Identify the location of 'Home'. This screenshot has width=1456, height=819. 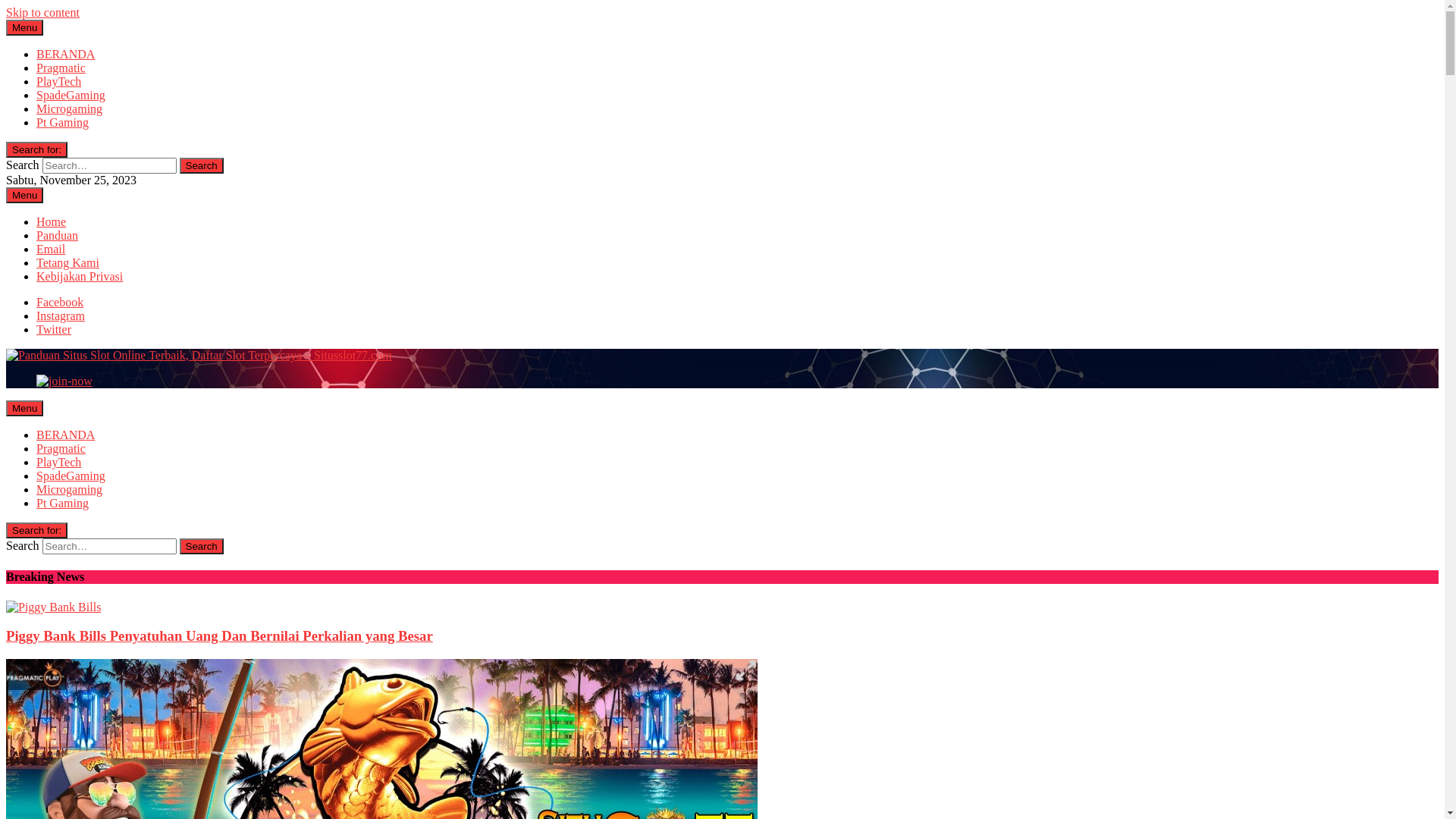
(51, 221).